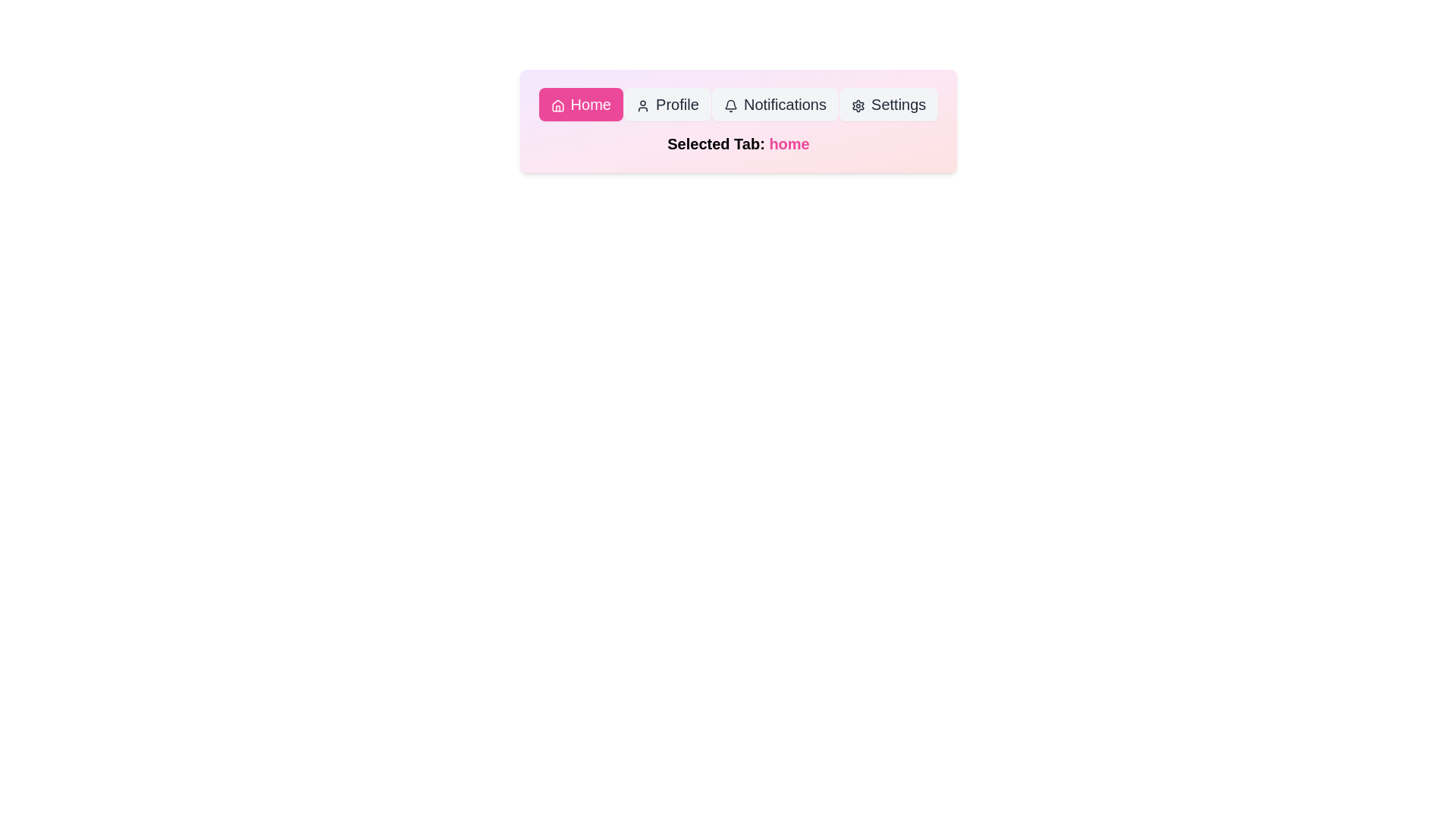 The image size is (1456, 819). What do you see at coordinates (667, 104) in the screenshot?
I see `the Profile button located in the navigation bar` at bounding box center [667, 104].